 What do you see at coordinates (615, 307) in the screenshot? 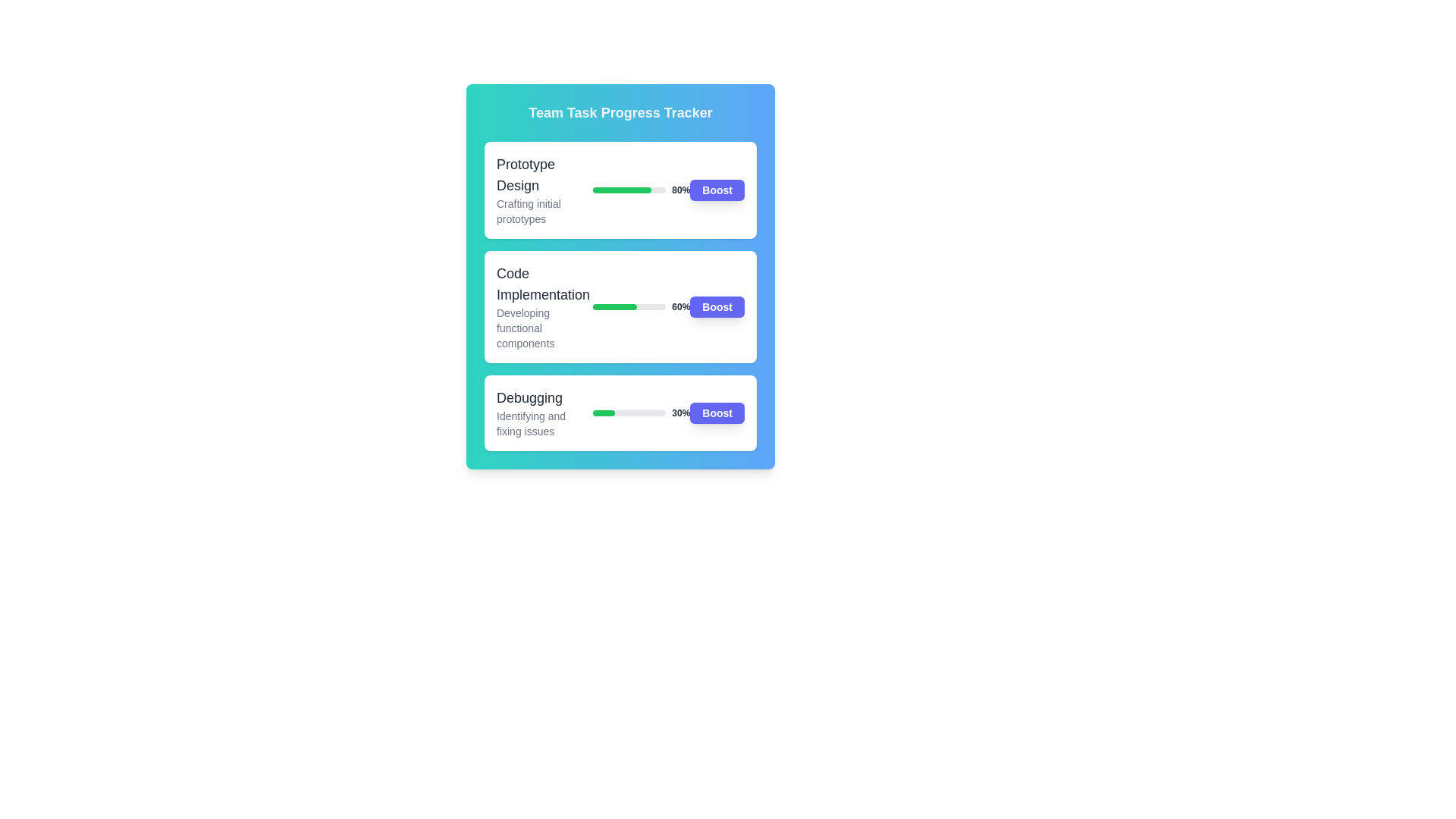
I see `the green progress bar segment located within the second progress bar under the 'Code Implementation' section` at bounding box center [615, 307].